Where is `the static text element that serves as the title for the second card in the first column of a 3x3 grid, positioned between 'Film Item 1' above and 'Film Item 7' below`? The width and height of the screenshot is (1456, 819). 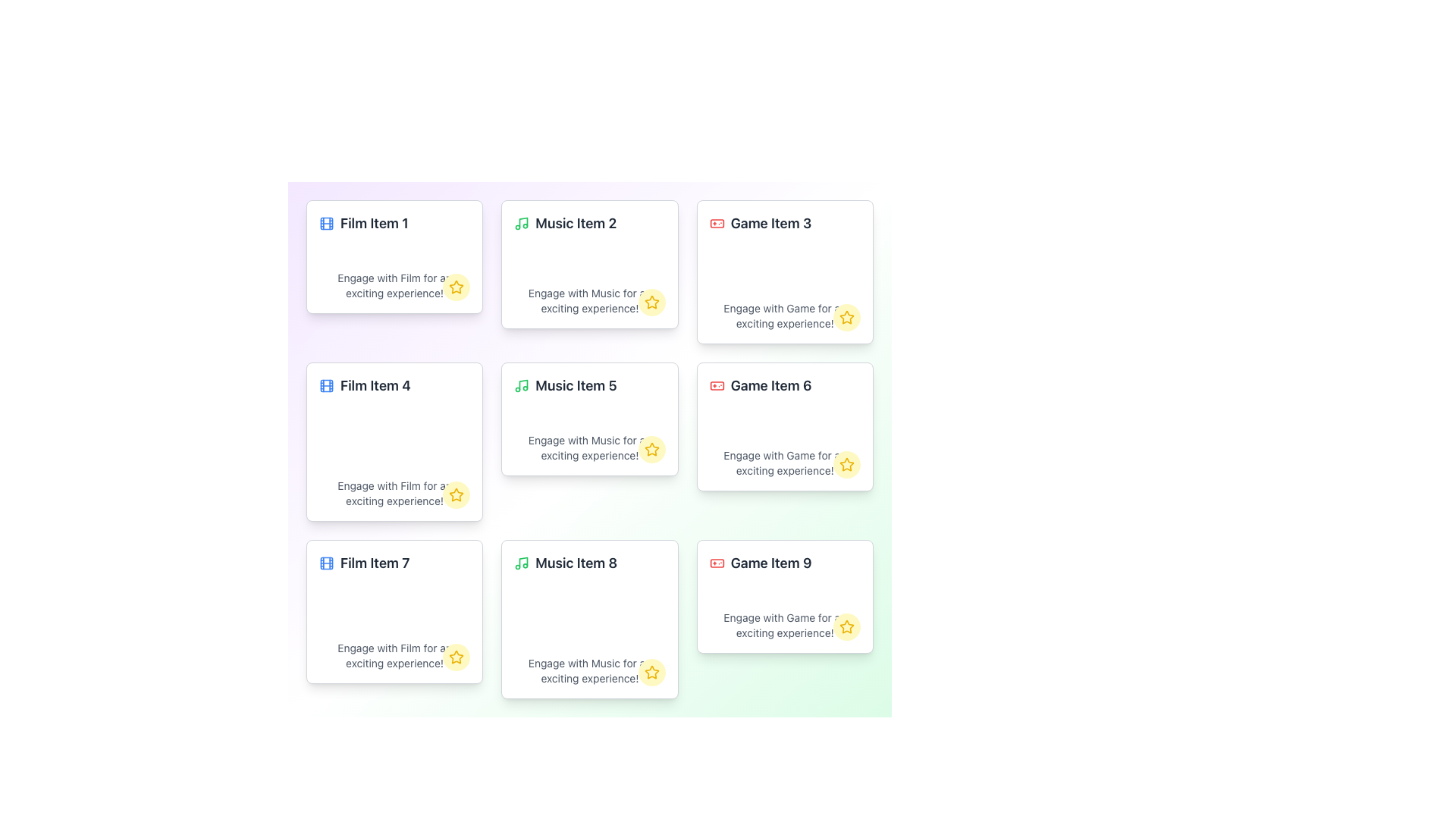
the static text element that serves as the title for the second card in the first column of a 3x3 grid, positioned between 'Film Item 1' above and 'Film Item 7' below is located at coordinates (375, 385).